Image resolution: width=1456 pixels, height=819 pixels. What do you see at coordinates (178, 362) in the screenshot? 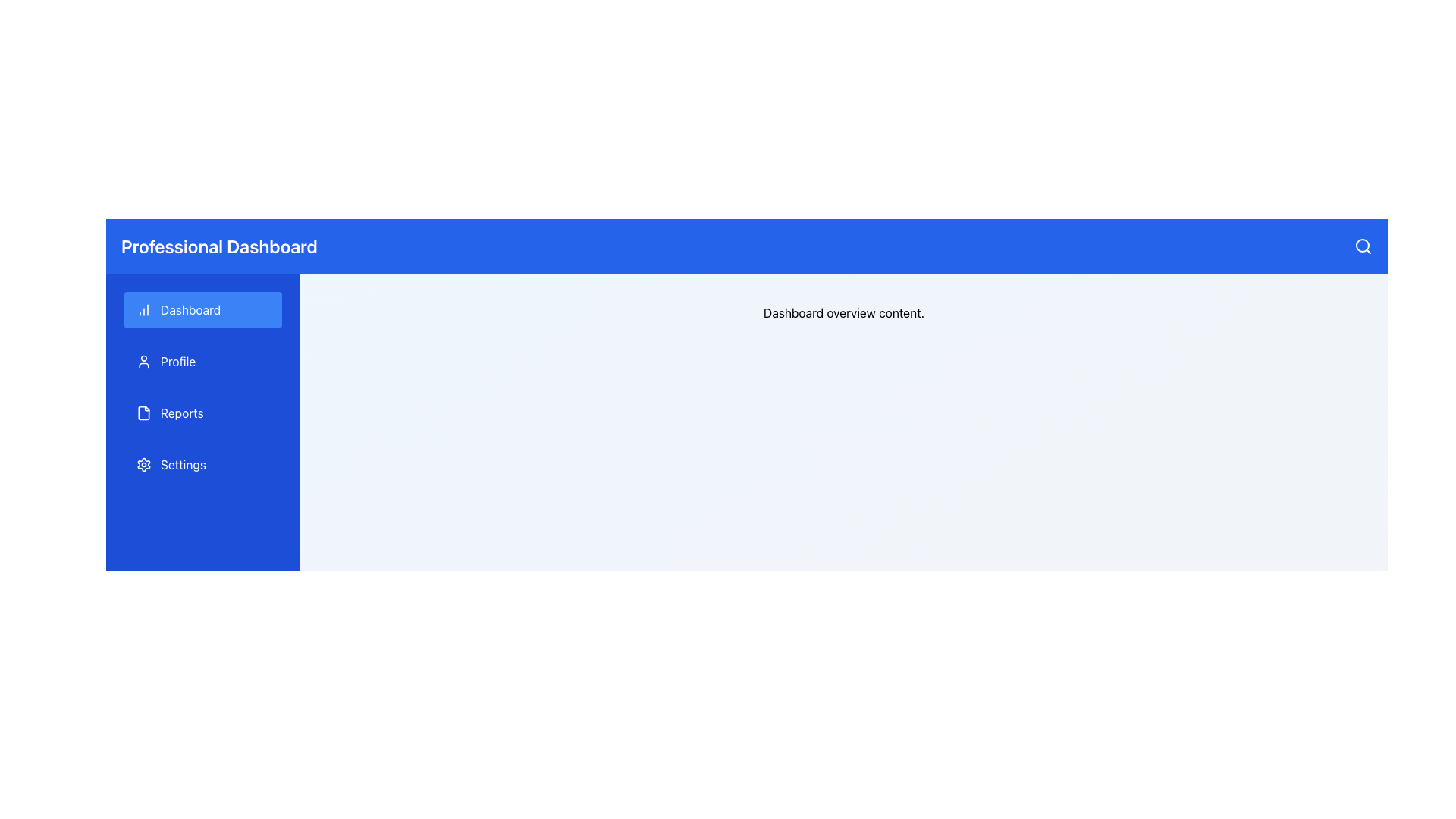
I see `the 'Profile' text label displayed in white on a blue background, which is aligned with a user profile icon to its left within the sidebar menu under the 'Dashboard' item` at bounding box center [178, 362].